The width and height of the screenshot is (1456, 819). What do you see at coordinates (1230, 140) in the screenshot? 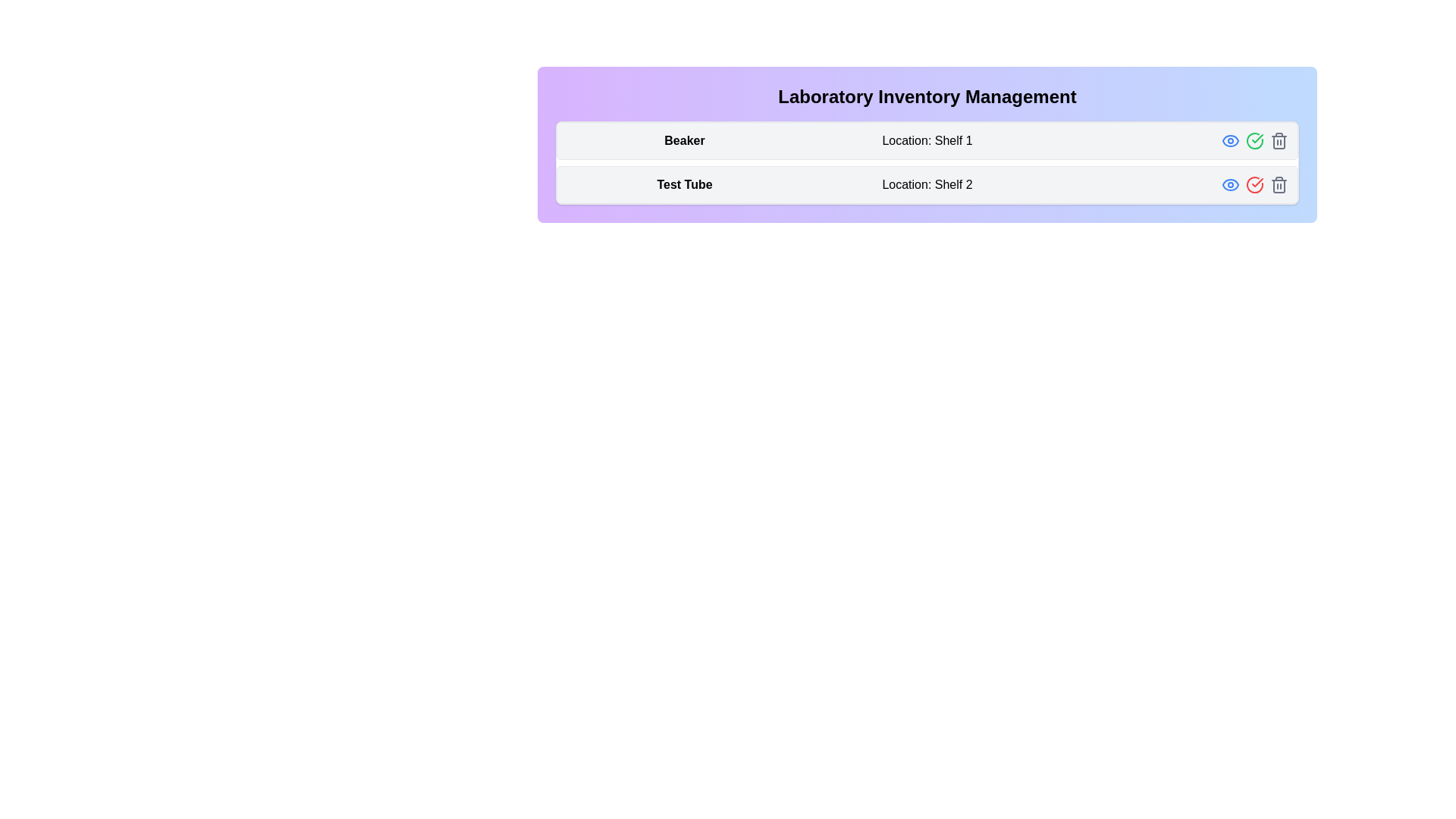
I see `eye icon to view details of the inventory item Beaker` at bounding box center [1230, 140].